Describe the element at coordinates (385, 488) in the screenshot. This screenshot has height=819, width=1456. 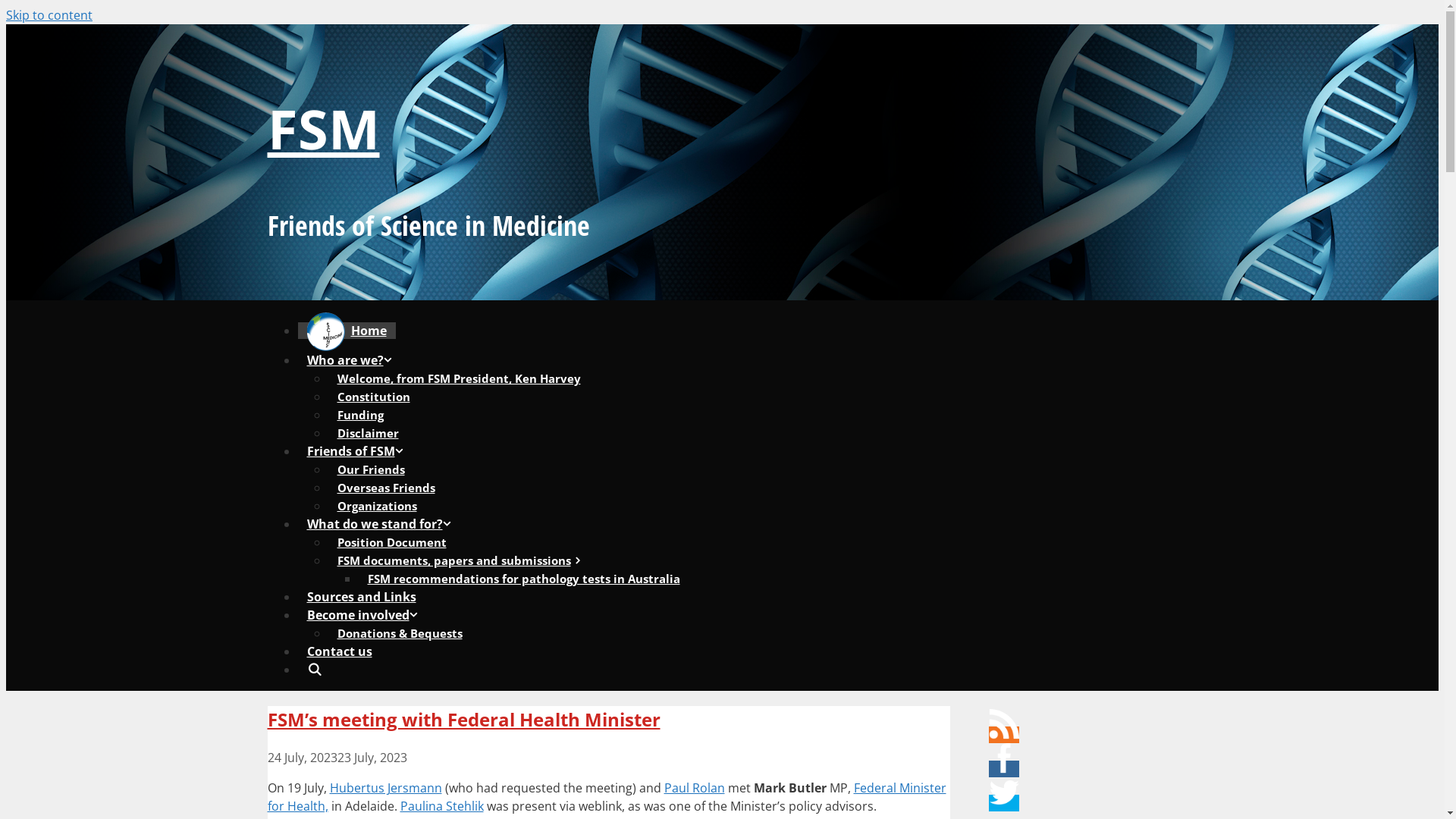
I see `'Overseas Friends'` at that location.